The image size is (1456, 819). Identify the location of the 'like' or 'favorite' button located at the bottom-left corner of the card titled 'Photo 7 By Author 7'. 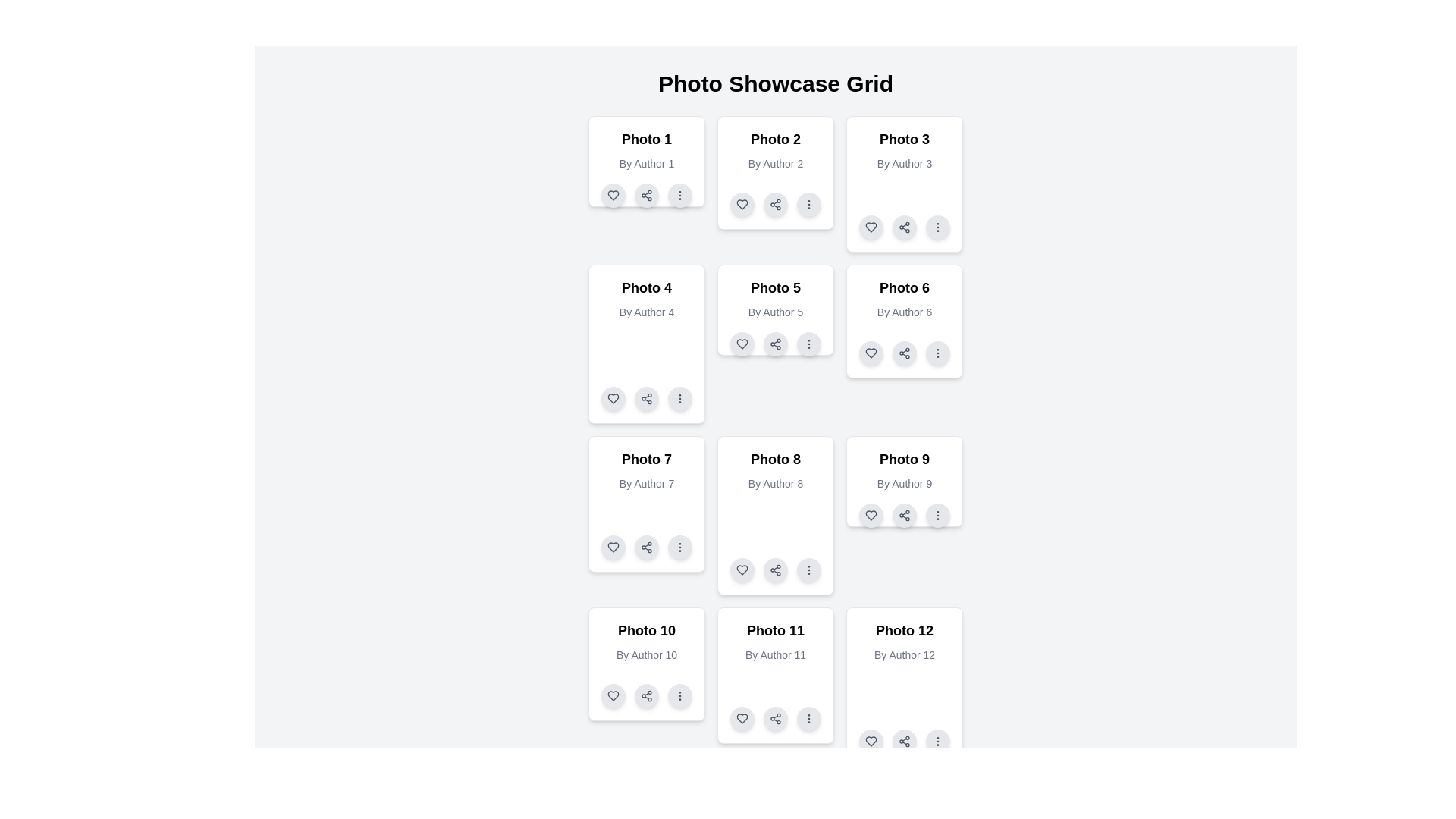
(613, 547).